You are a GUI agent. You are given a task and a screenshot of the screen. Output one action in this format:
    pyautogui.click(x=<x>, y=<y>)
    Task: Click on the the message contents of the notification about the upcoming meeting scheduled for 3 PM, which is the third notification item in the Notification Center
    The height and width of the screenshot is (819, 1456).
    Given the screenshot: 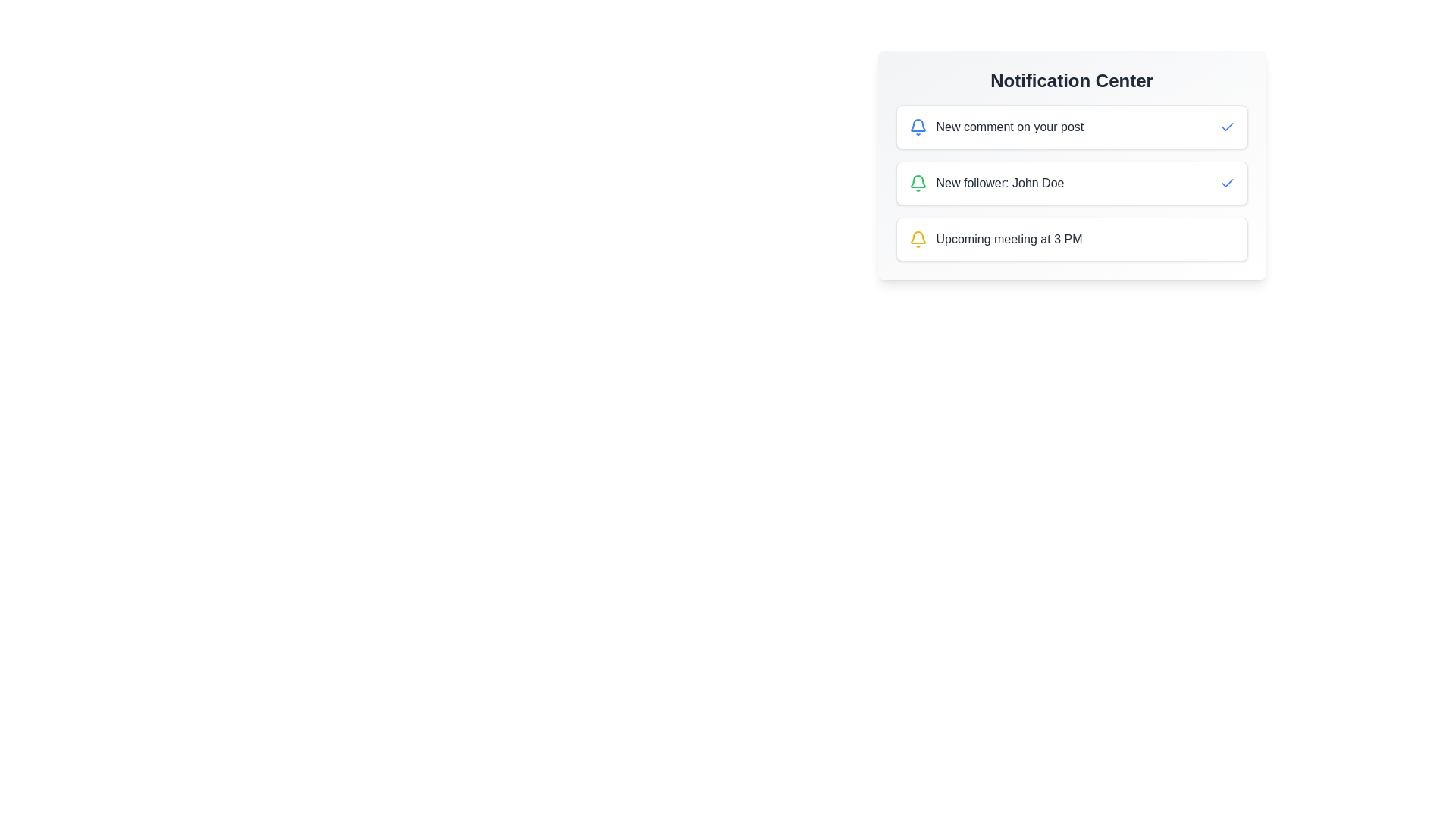 What is the action you would take?
    pyautogui.click(x=995, y=239)
    